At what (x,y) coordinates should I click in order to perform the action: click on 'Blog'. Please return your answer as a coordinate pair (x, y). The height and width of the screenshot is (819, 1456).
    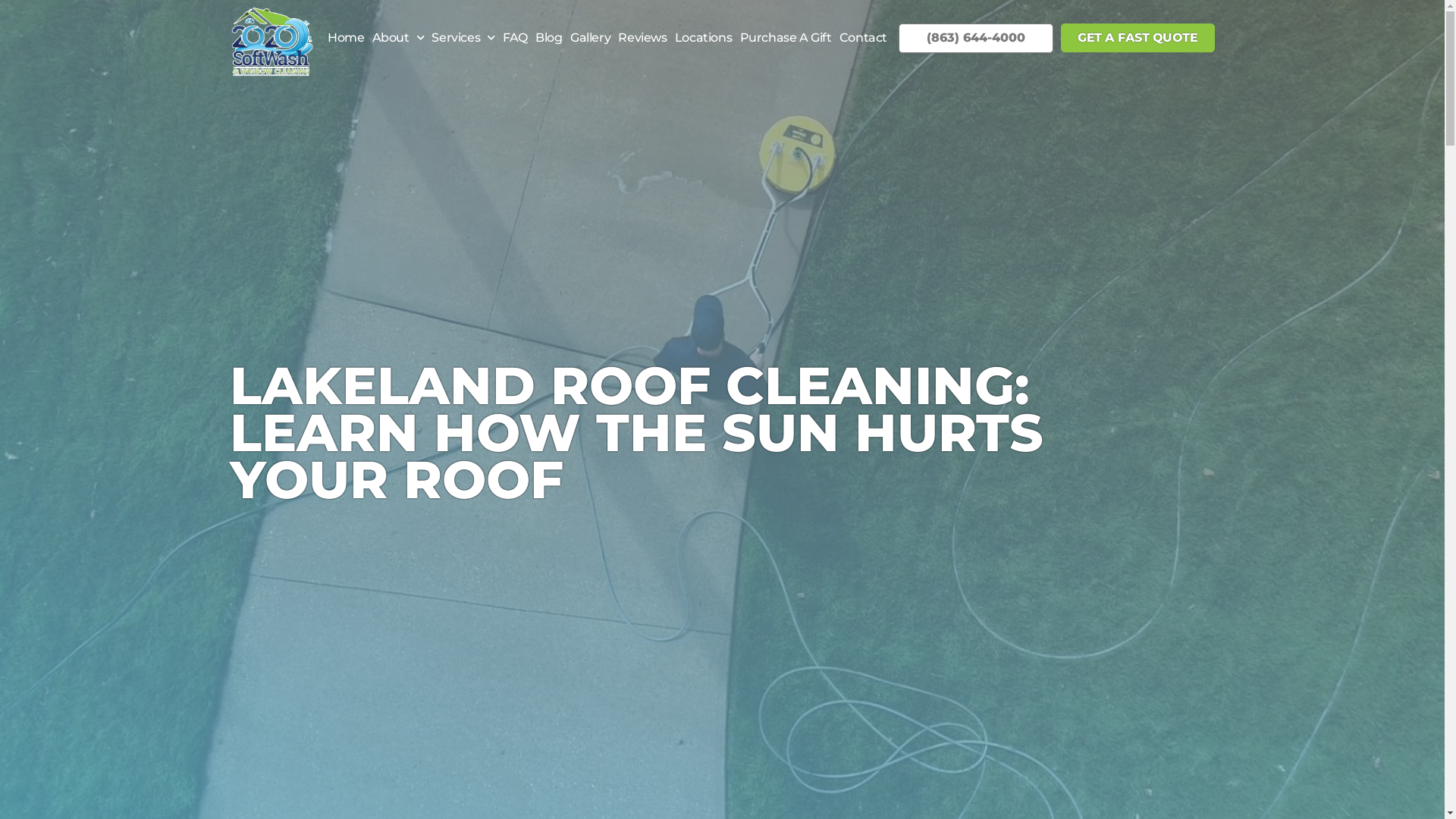
    Looking at the image, I should click on (548, 37).